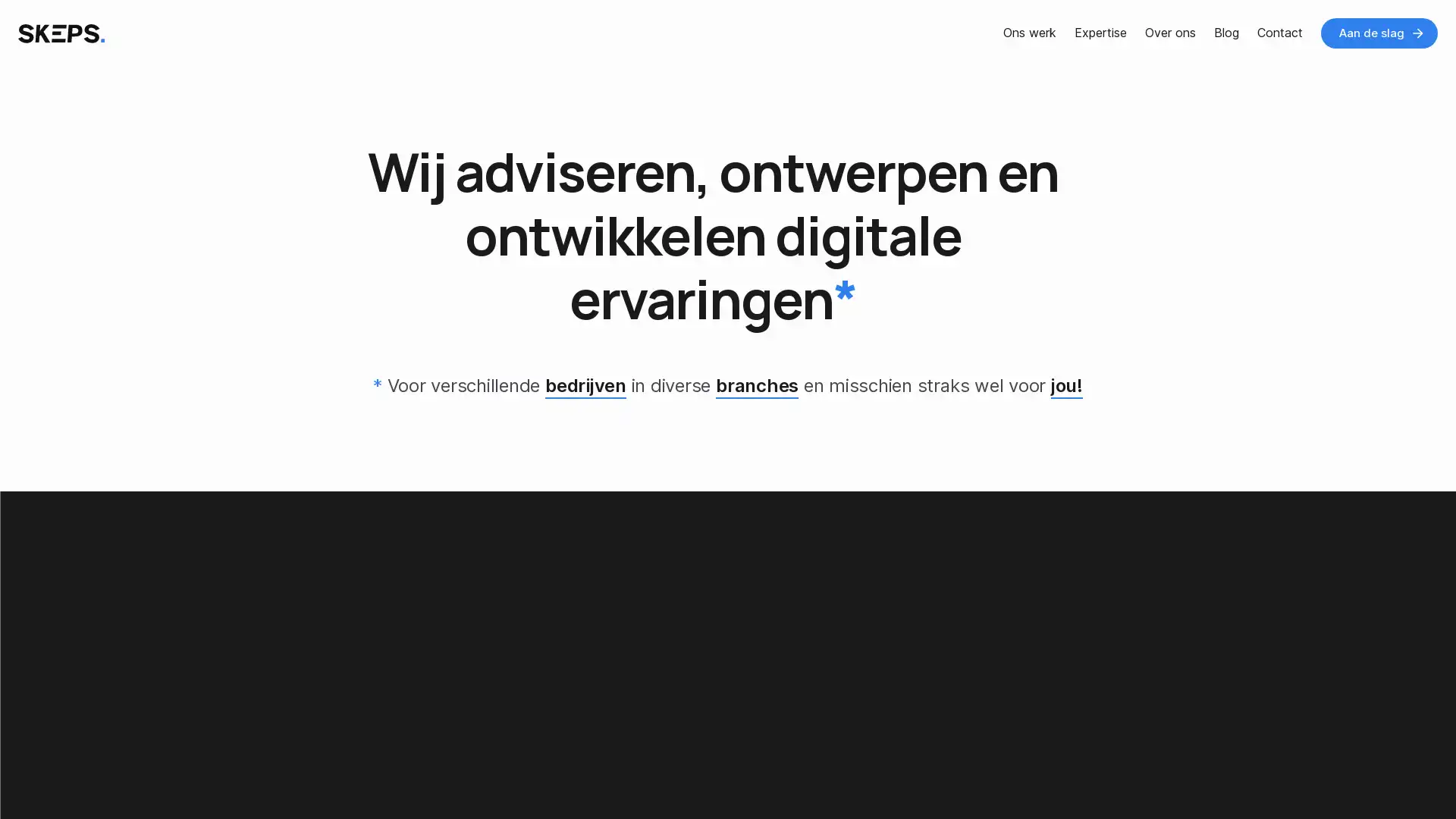  Describe the element at coordinates (153, 776) in the screenshot. I see `Voorkeuren` at that location.